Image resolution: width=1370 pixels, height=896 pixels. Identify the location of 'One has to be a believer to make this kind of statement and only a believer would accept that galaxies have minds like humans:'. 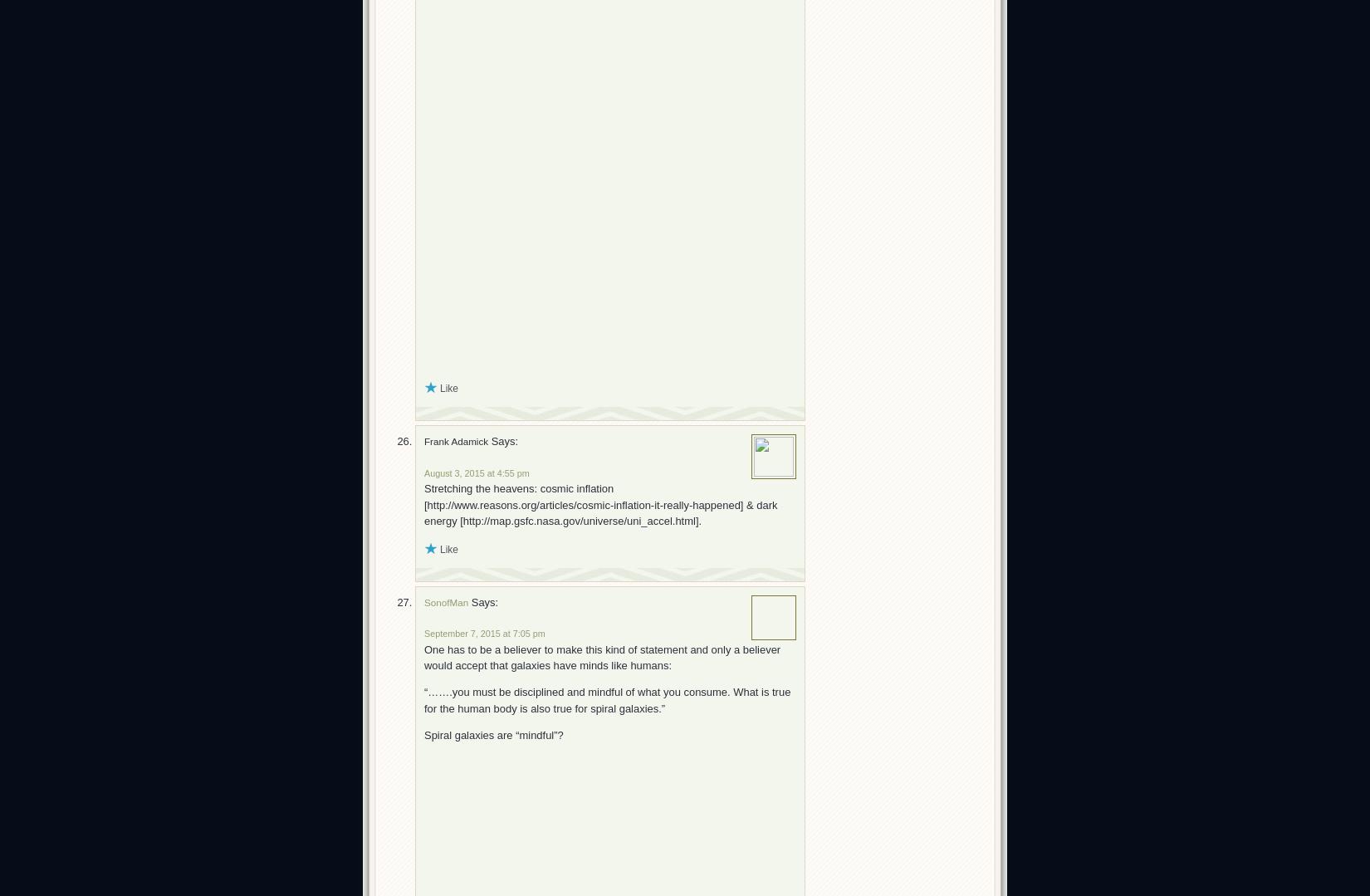
(601, 656).